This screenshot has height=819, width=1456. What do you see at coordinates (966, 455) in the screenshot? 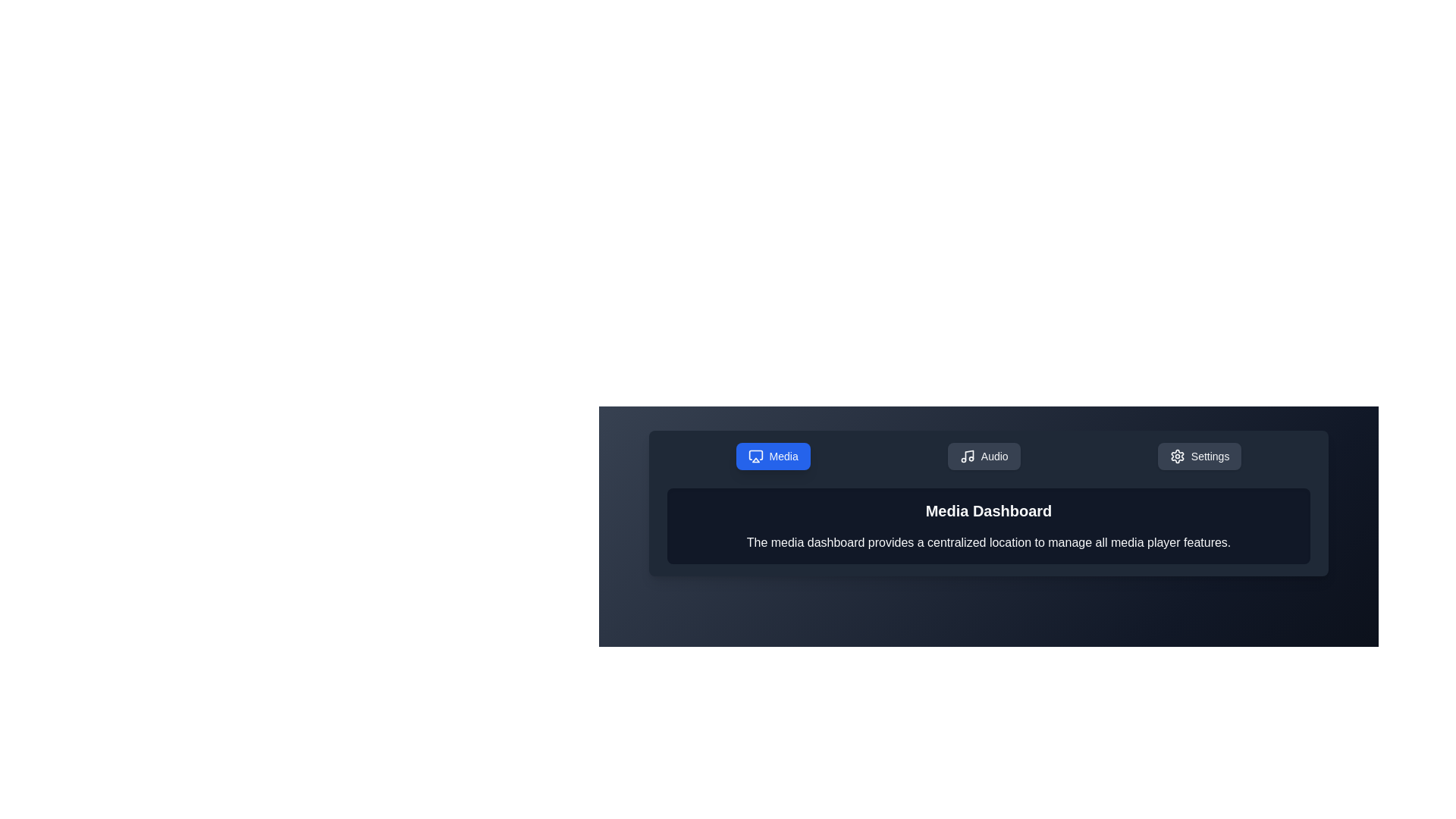
I see `the audio-related icon, which is the leftmost subcomponent of the 'Audio' button located centrally at the top of the interface` at bounding box center [966, 455].